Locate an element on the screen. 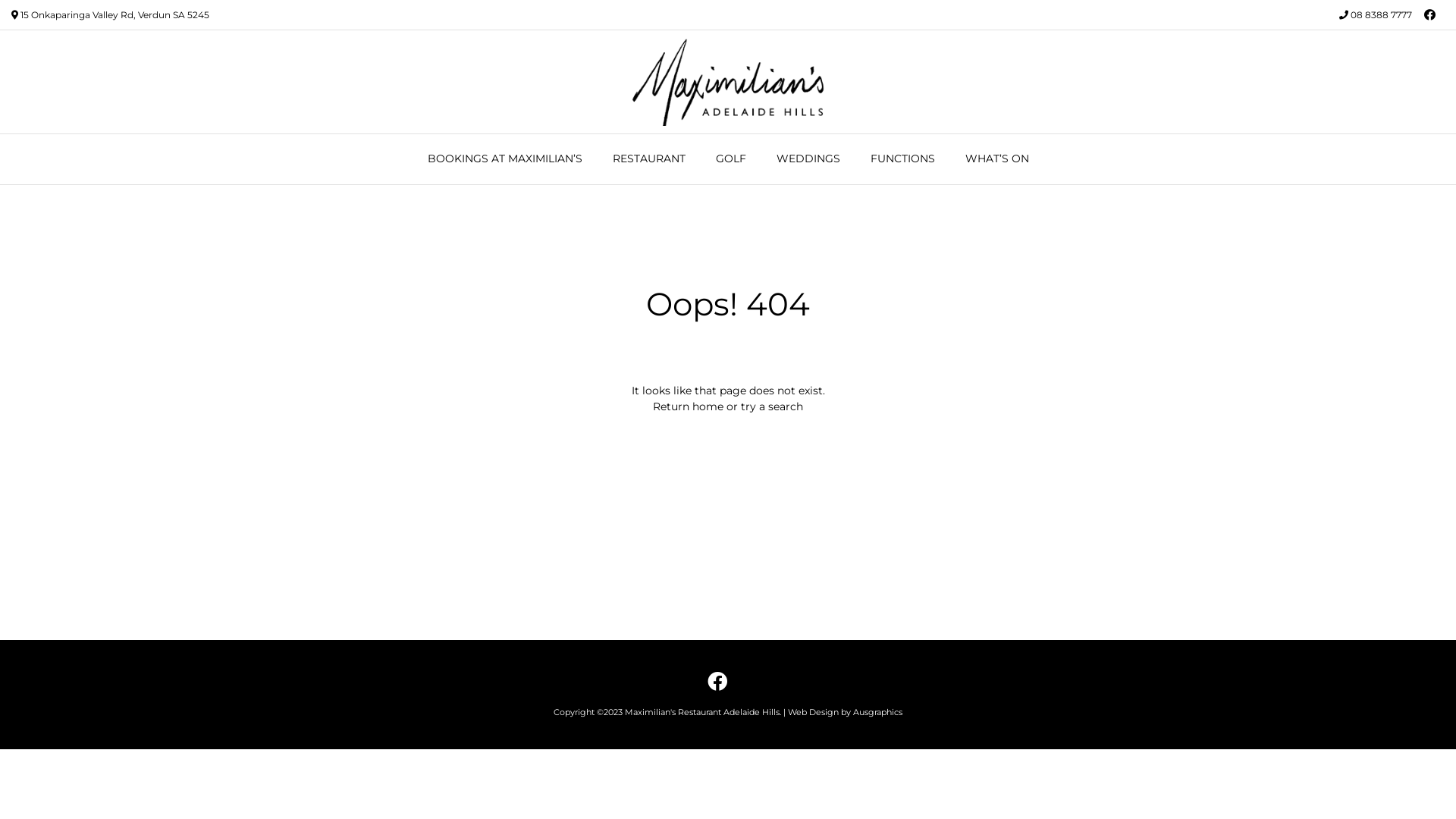 Image resolution: width=1456 pixels, height=819 pixels. 'Web Design' is located at coordinates (812, 711).